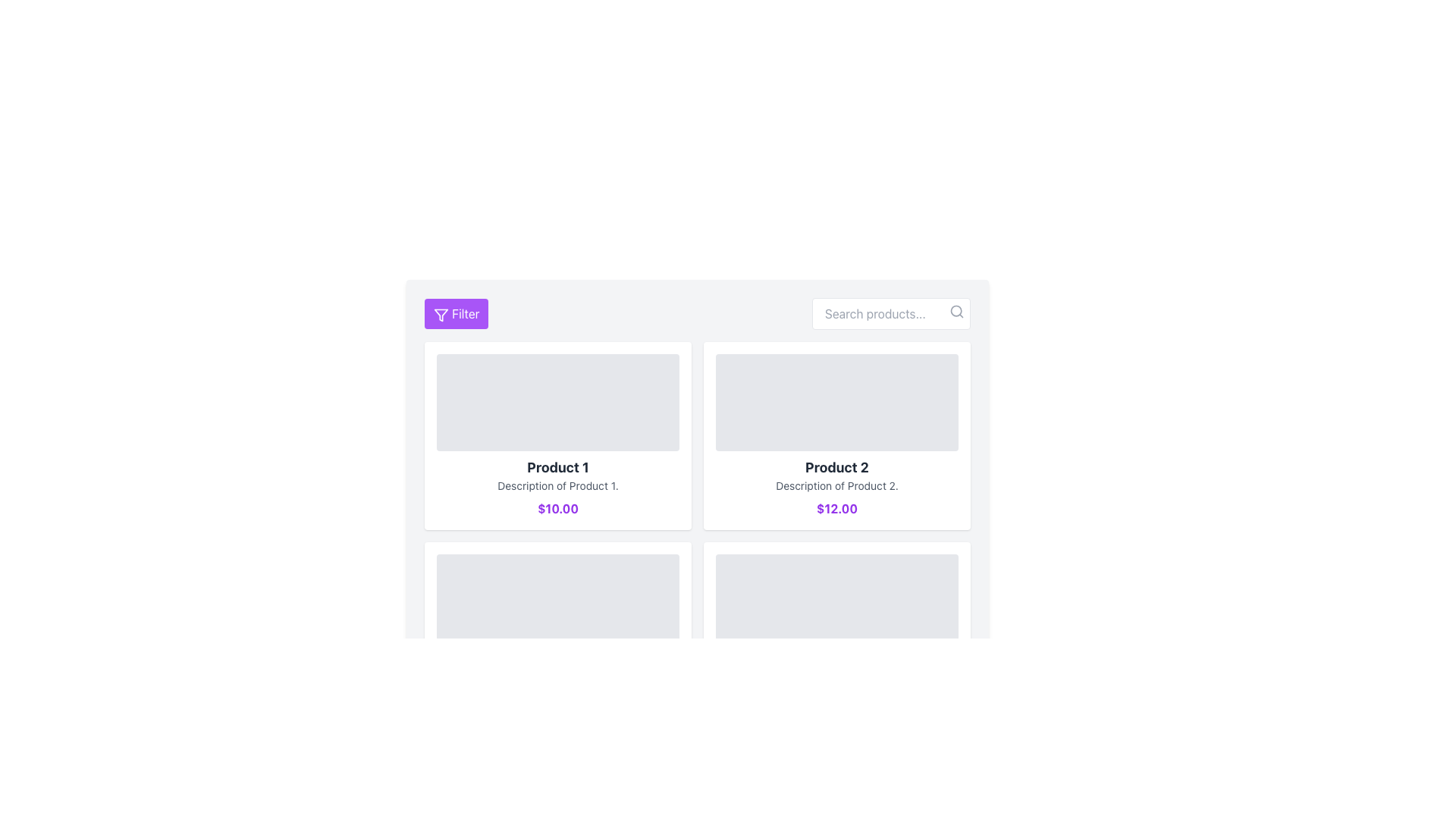 This screenshot has height=819, width=1456. What do you see at coordinates (557, 485) in the screenshot?
I see `the text label that contains the description 'Description of Product 1.' which is styled in small gray font and is positioned below the title 'Product 1'` at bounding box center [557, 485].